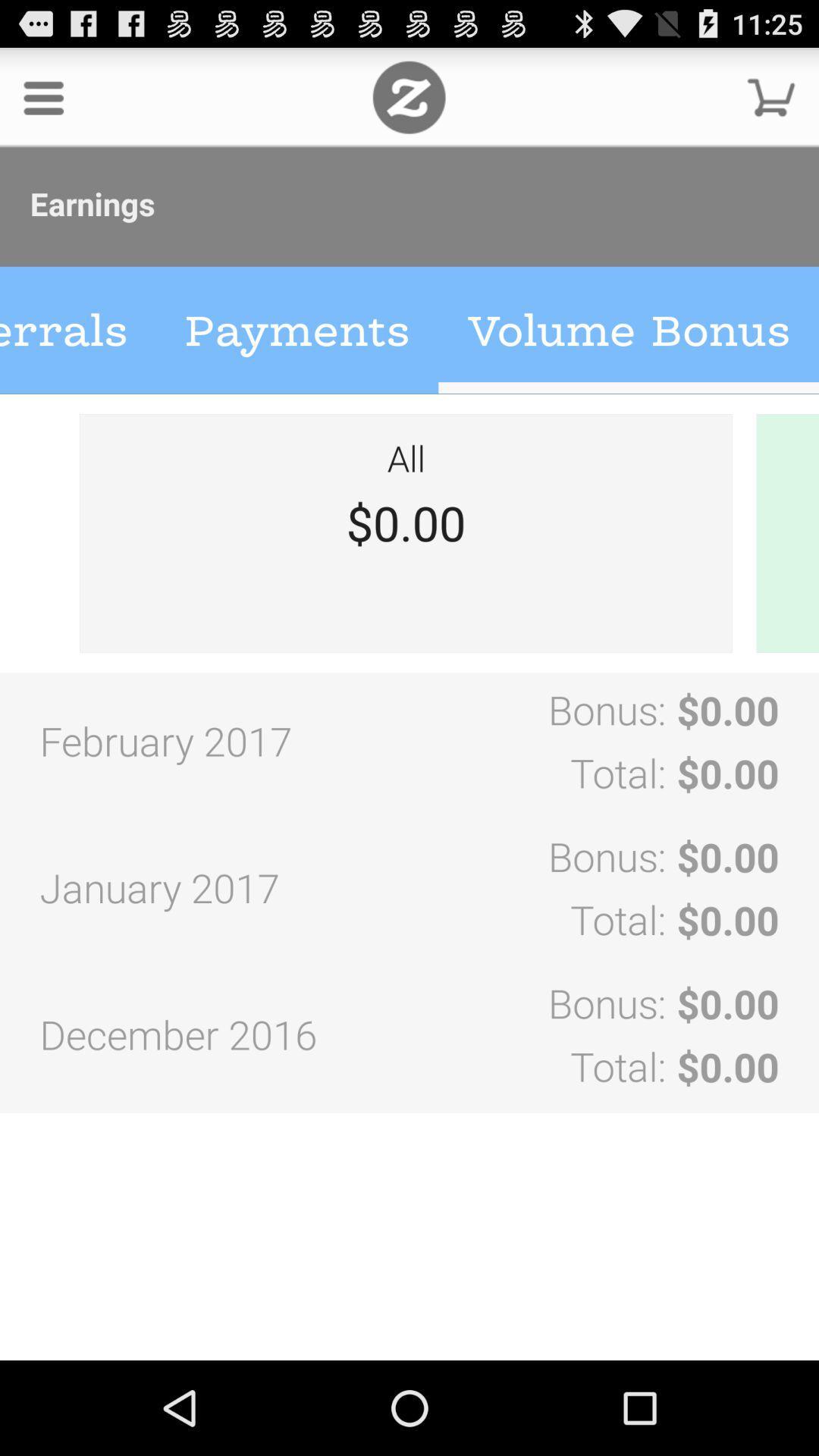 The height and width of the screenshot is (1456, 819). What do you see at coordinates (42, 103) in the screenshot?
I see `the menu icon` at bounding box center [42, 103].